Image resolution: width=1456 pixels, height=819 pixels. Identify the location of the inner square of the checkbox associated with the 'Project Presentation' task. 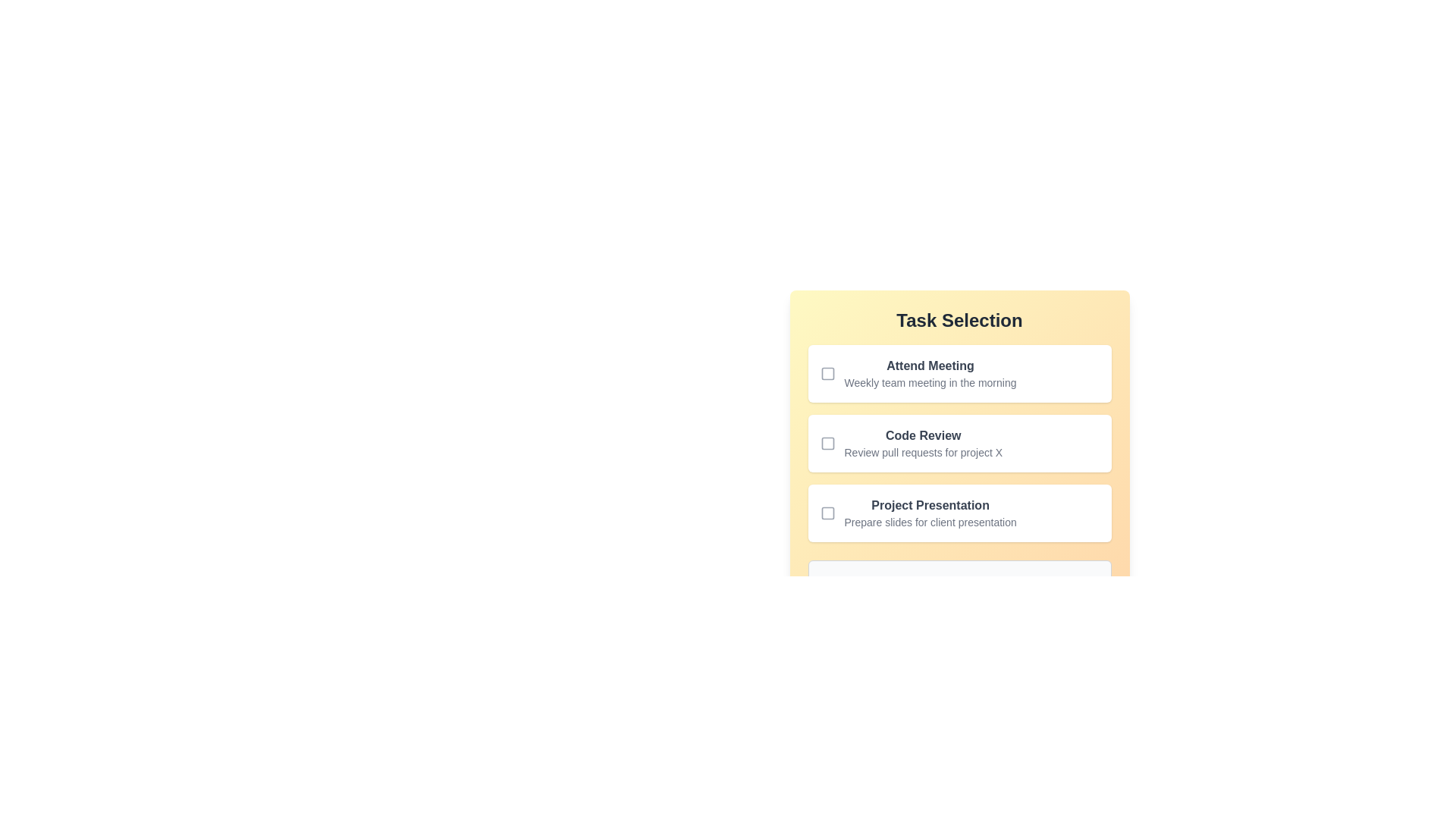
(827, 513).